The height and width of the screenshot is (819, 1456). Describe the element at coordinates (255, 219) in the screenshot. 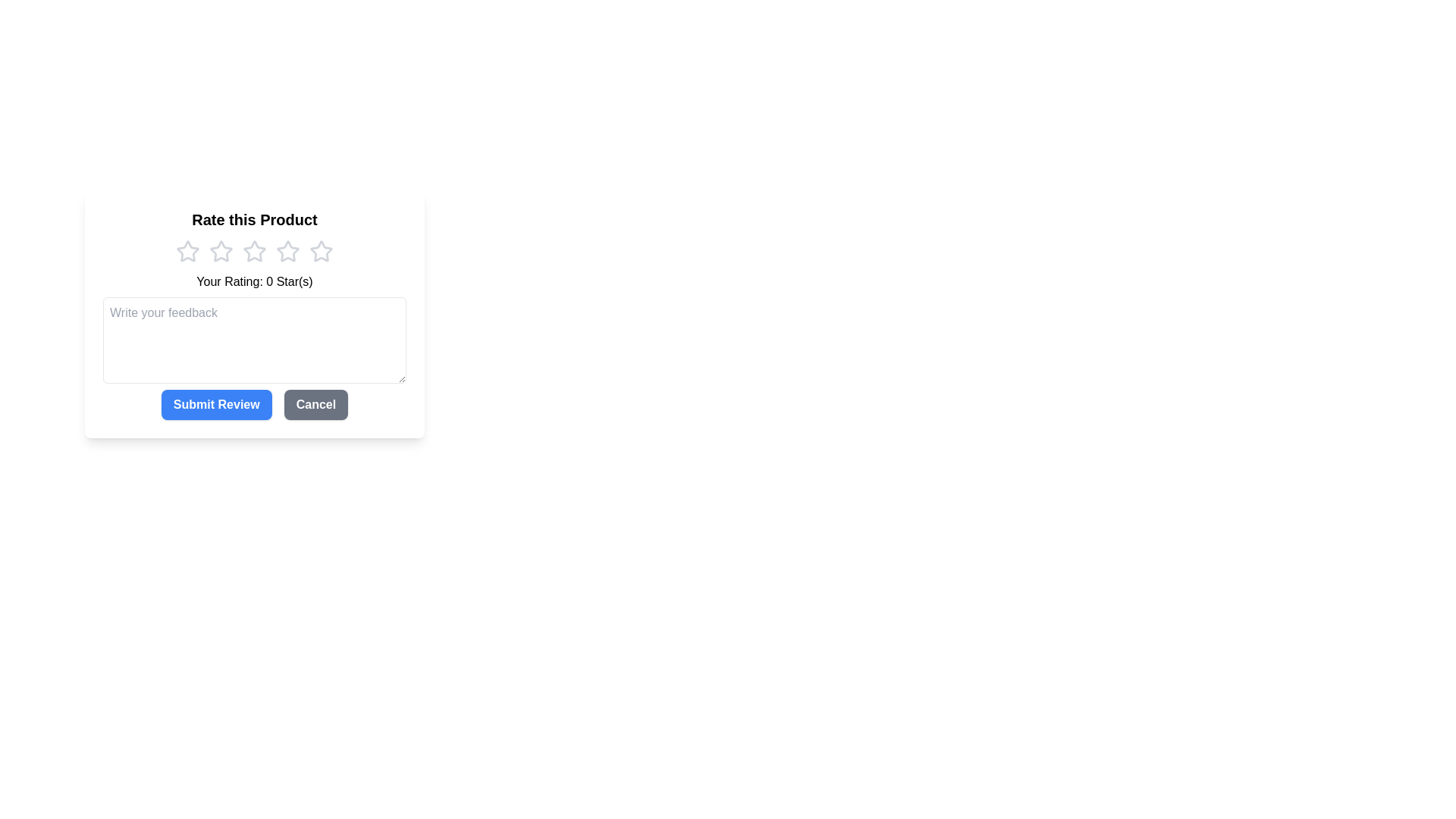

I see `text displayed in the 'Rate this Product' label at the top of the user feedback form` at that location.